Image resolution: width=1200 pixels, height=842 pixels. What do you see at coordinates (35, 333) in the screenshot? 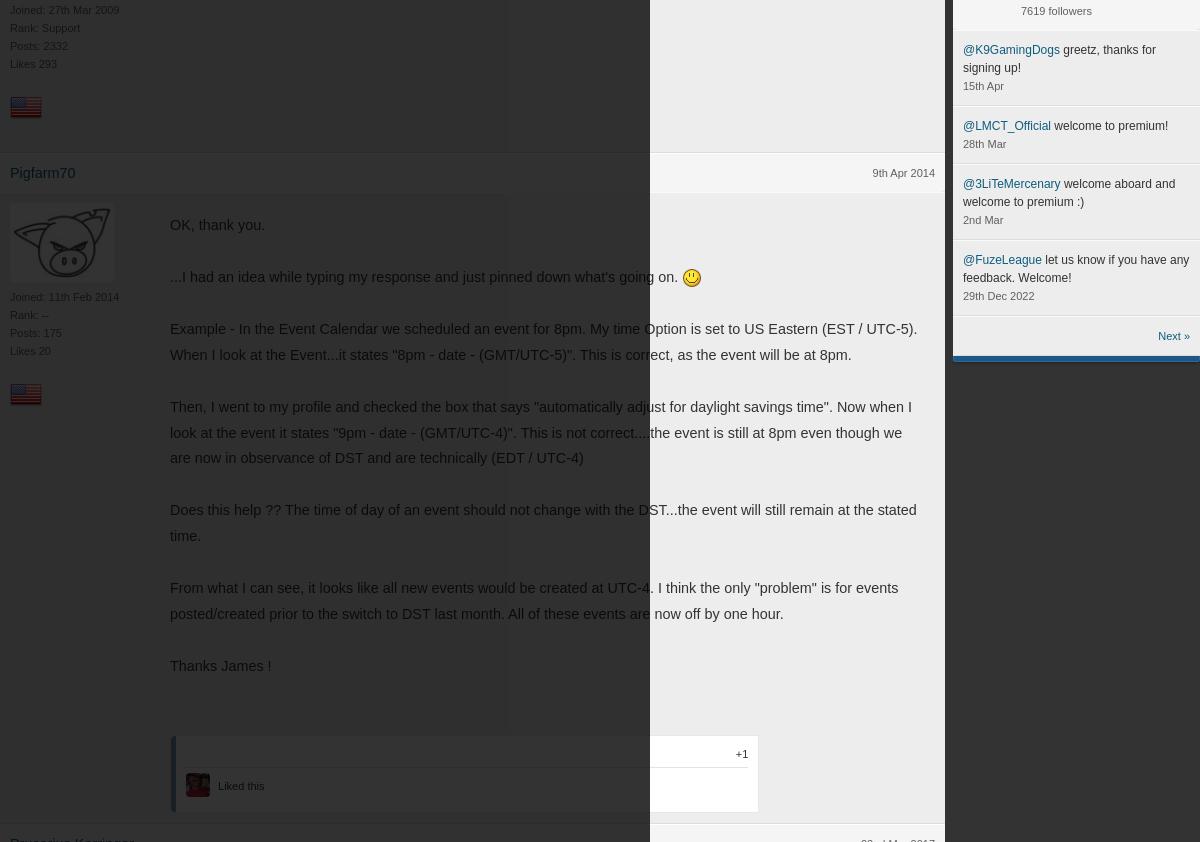
I see `'Posts: 175'` at bounding box center [35, 333].